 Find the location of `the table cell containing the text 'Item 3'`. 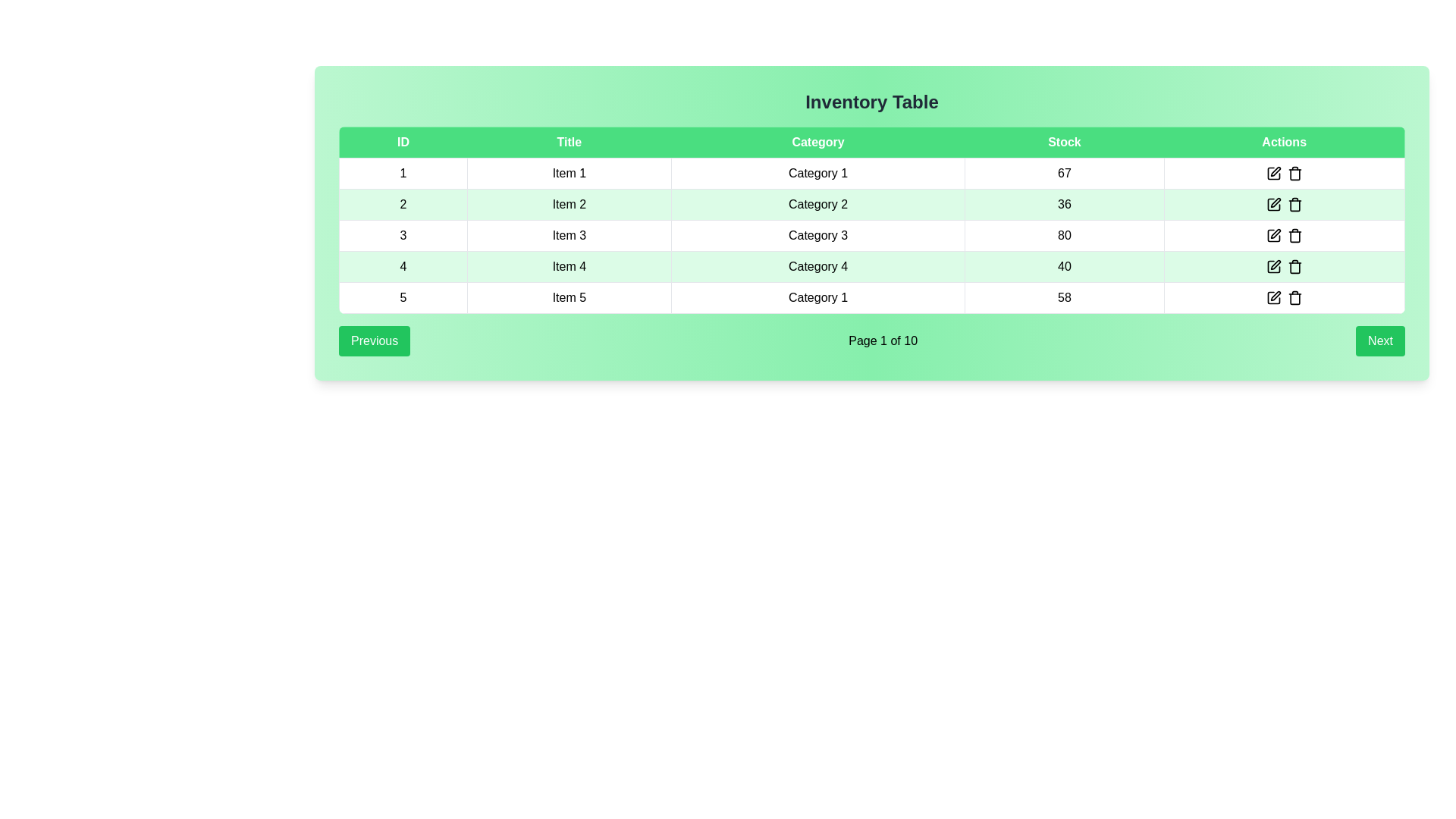

the table cell containing the text 'Item 3' is located at coordinates (568, 236).